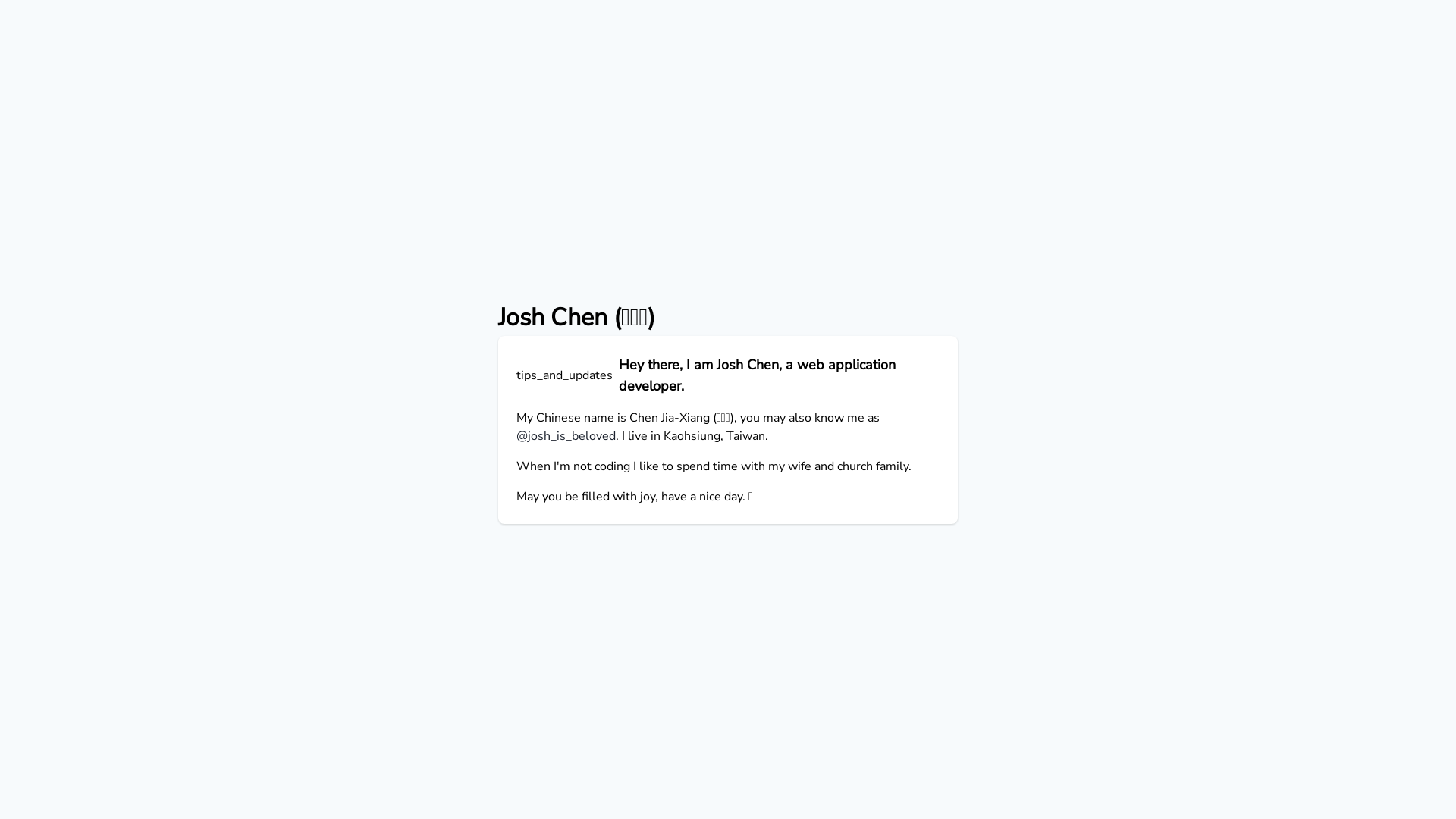 The height and width of the screenshot is (819, 1456). What do you see at coordinates (565, 435) in the screenshot?
I see `'@josh_is_beloved'` at bounding box center [565, 435].